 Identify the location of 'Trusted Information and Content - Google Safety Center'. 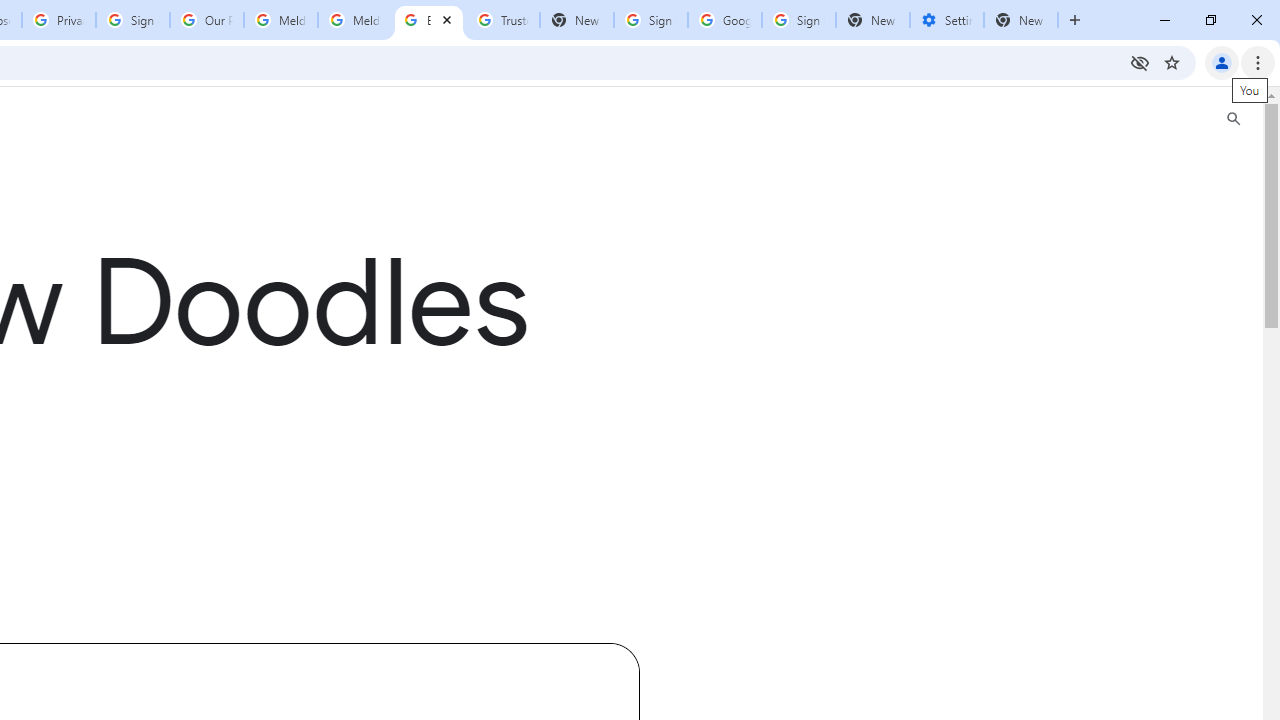
(503, 20).